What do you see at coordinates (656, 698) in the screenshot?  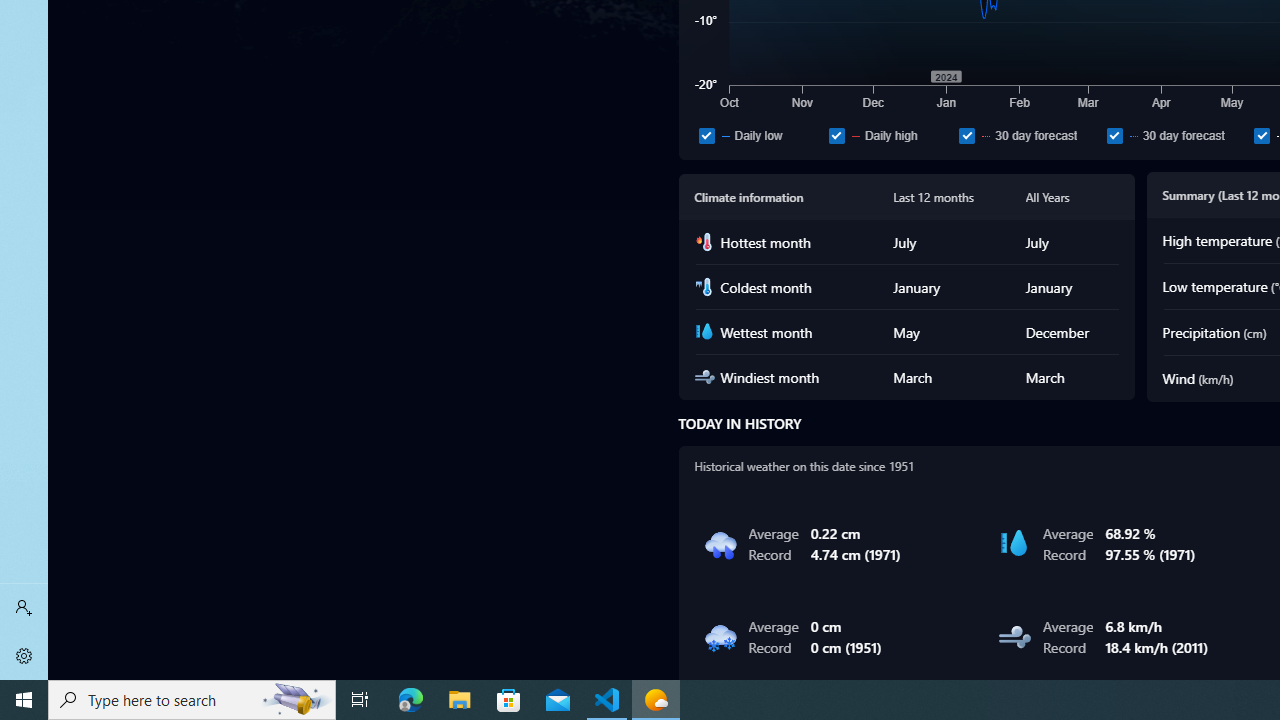 I see `'Weather - 1 running window'` at bounding box center [656, 698].